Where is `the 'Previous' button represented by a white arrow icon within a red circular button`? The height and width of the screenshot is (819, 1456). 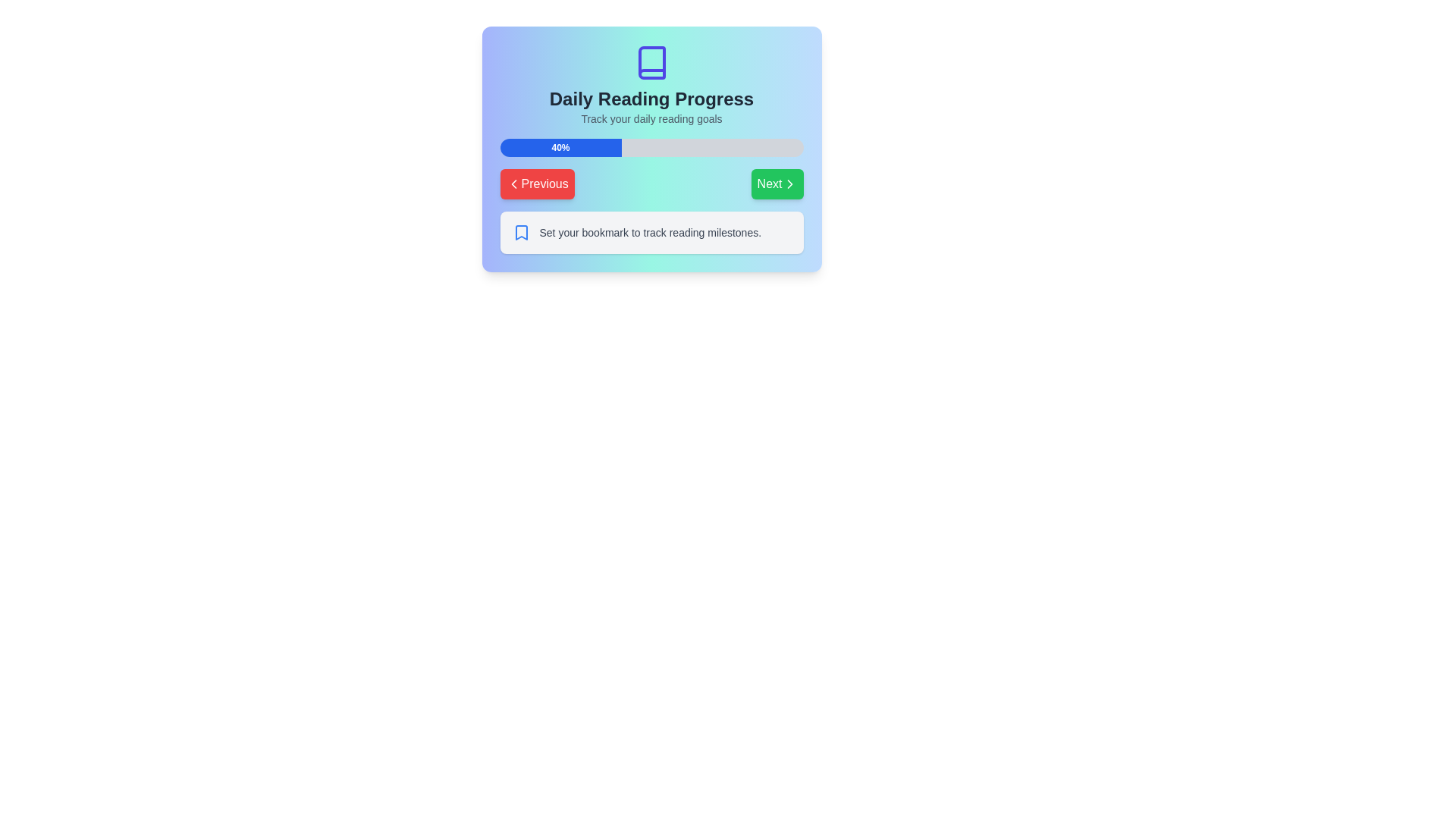
the 'Previous' button represented by a white arrow icon within a red circular button is located at coordinates (513, 184).